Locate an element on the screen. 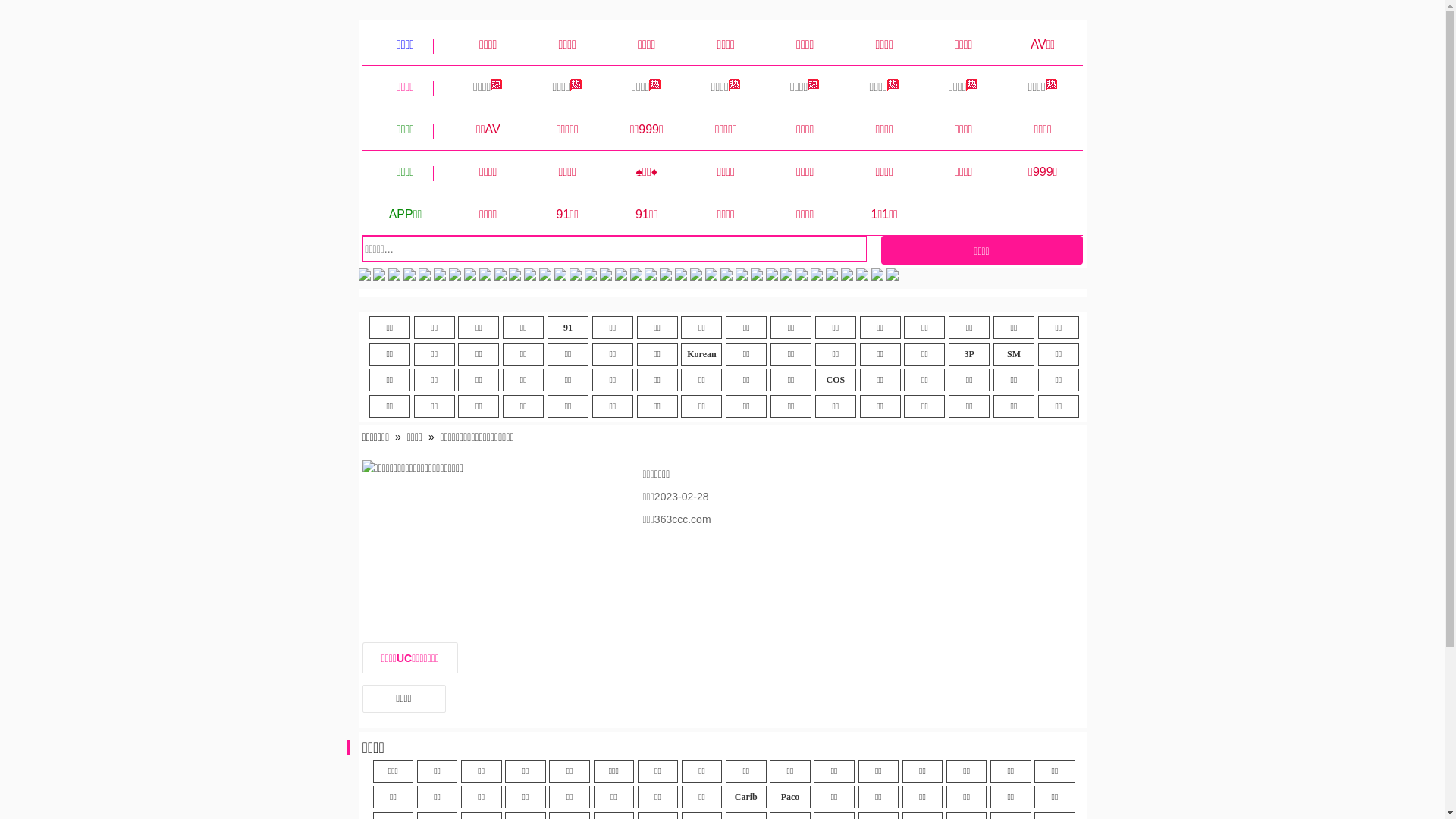  'Carib' is located at coordinates (745, 795).